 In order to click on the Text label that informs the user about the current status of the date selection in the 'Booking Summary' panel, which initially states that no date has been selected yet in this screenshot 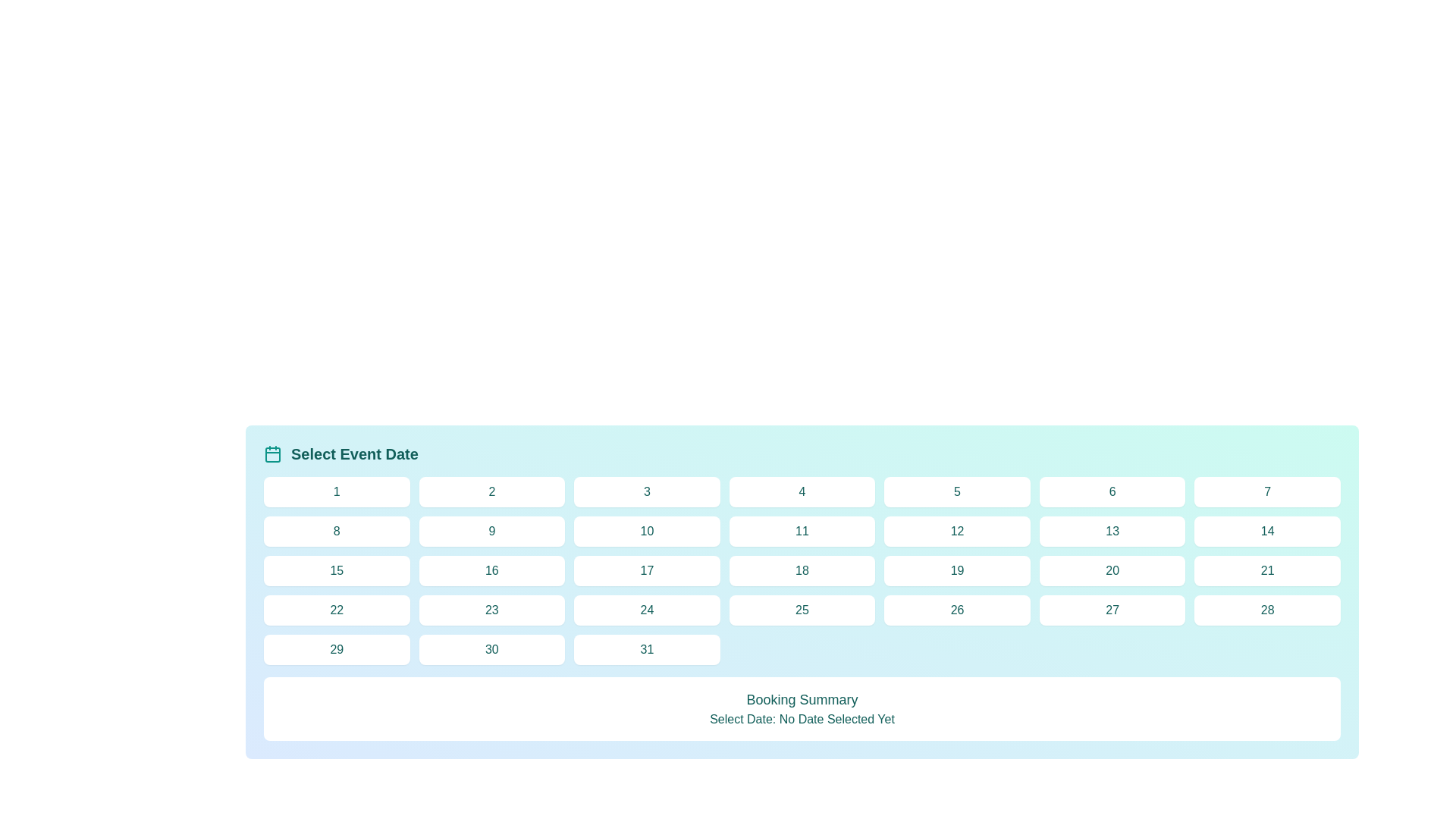, I will do `click(801, 718)`.